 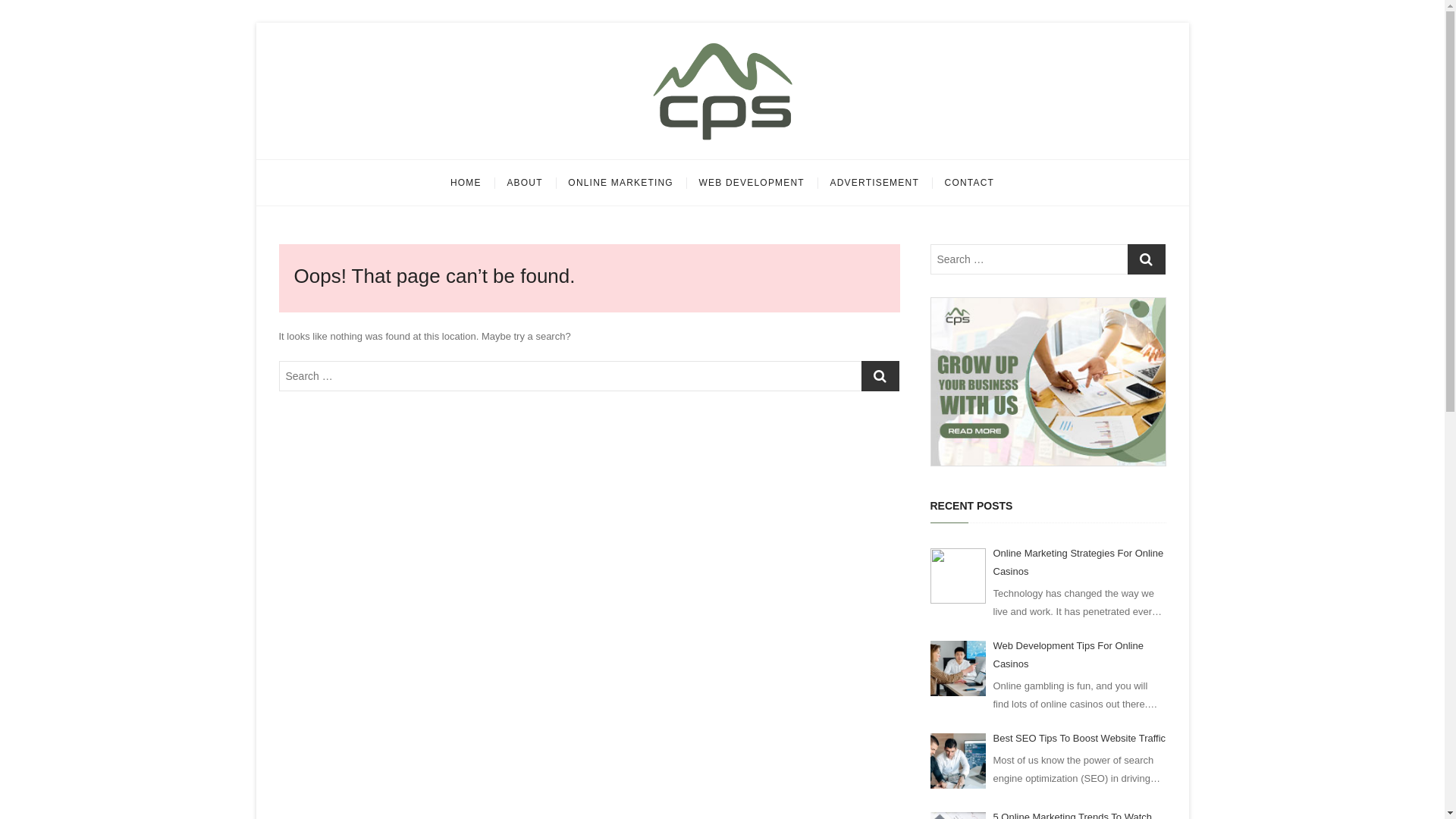 What do you see at coordinates (255, 22) in the screenshot?
I see `'Skip to content'` at bounding box center [255, 22].